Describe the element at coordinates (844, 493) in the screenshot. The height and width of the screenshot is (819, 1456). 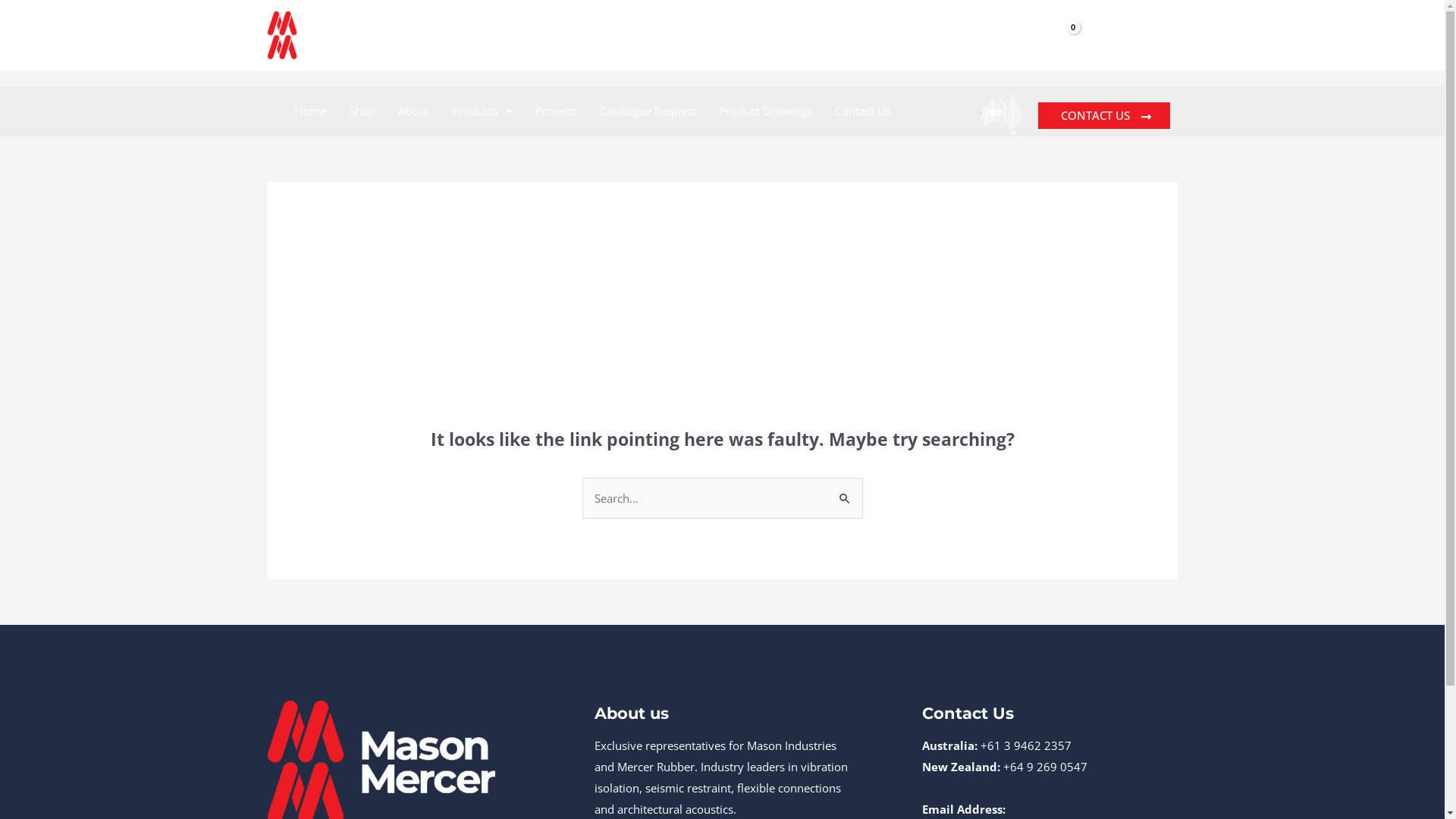
I see `'Search'` at that location.